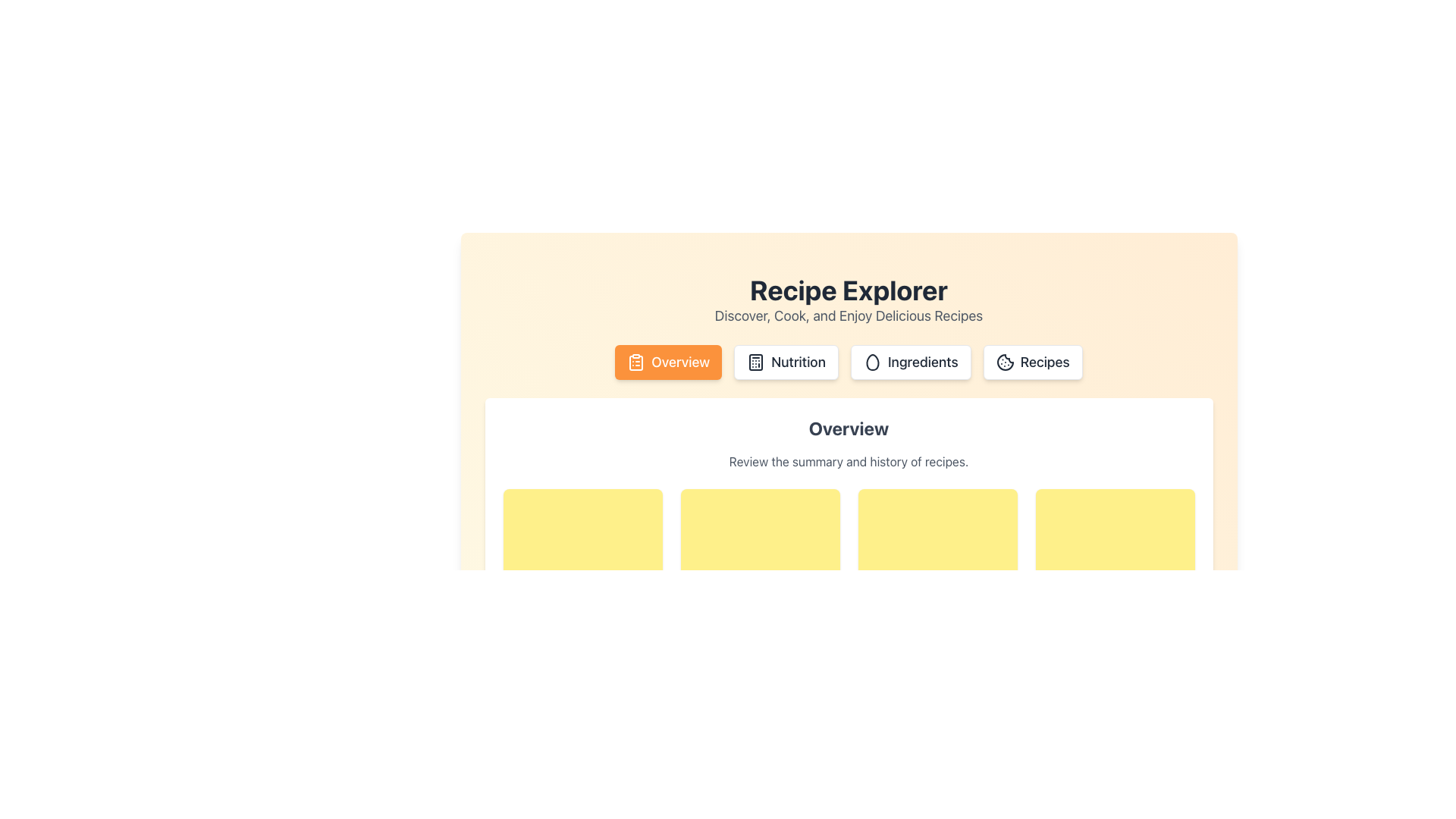 The height and width of the screenshot is (819, 1456). What do you see at coordinates (786, 362) in the screenshot?
I see `the second navigation button for the 'Nutrition' section` at bounding box center [786, 362].